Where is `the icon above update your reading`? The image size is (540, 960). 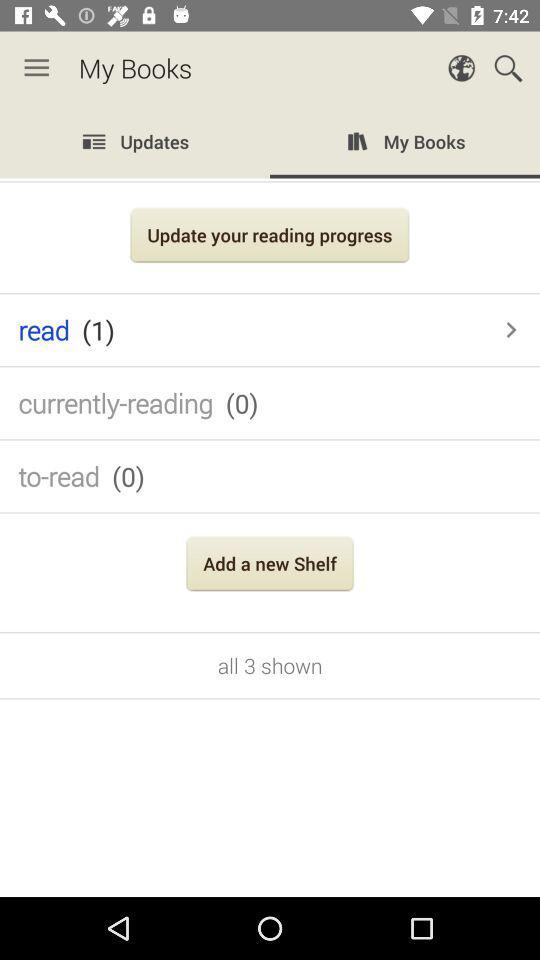
the icon above update your reading is located at coordinates (270, 143).